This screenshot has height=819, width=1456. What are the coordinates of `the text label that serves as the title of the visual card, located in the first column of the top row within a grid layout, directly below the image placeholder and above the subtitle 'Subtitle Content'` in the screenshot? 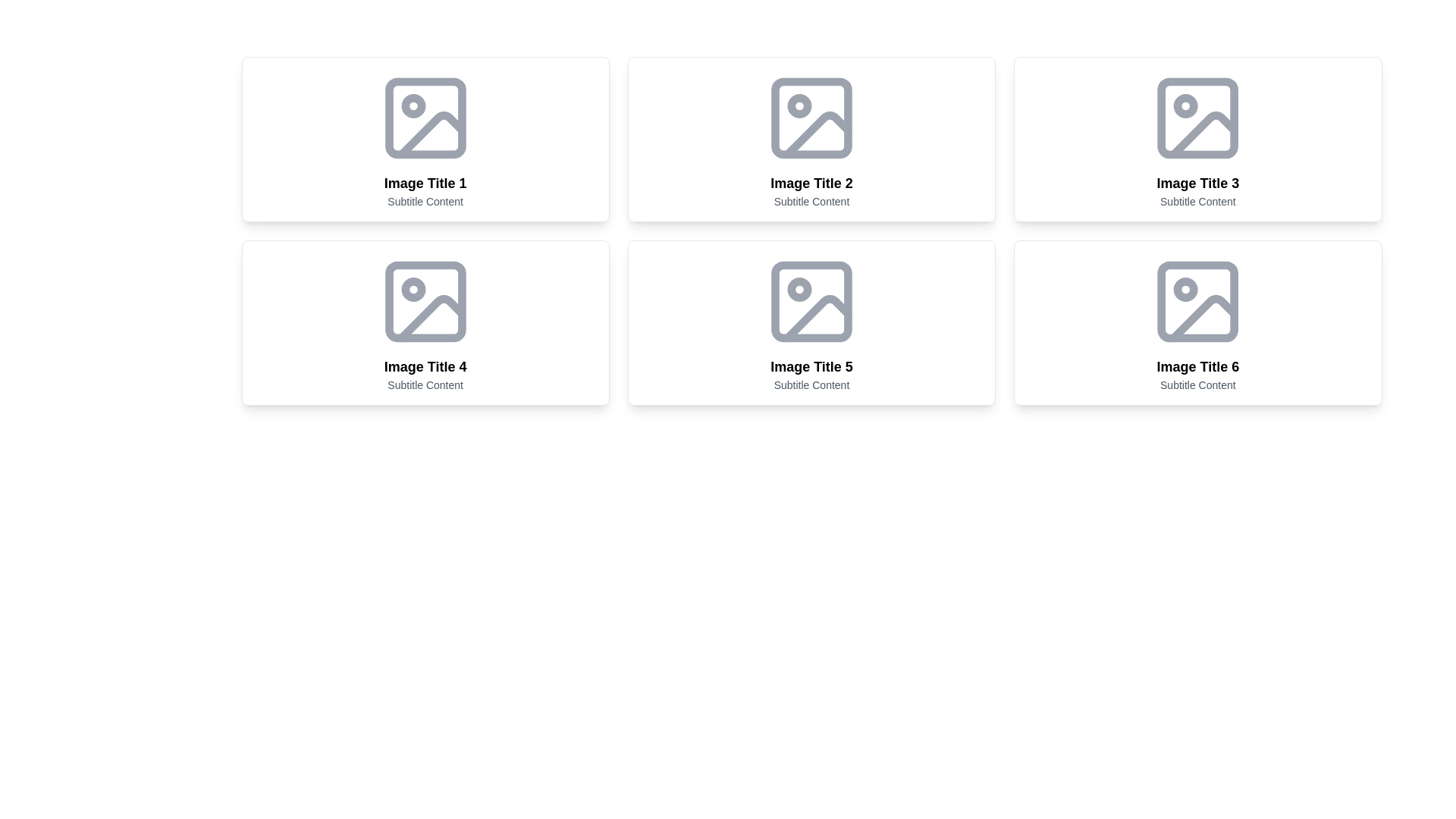 It's located at (425, 183).